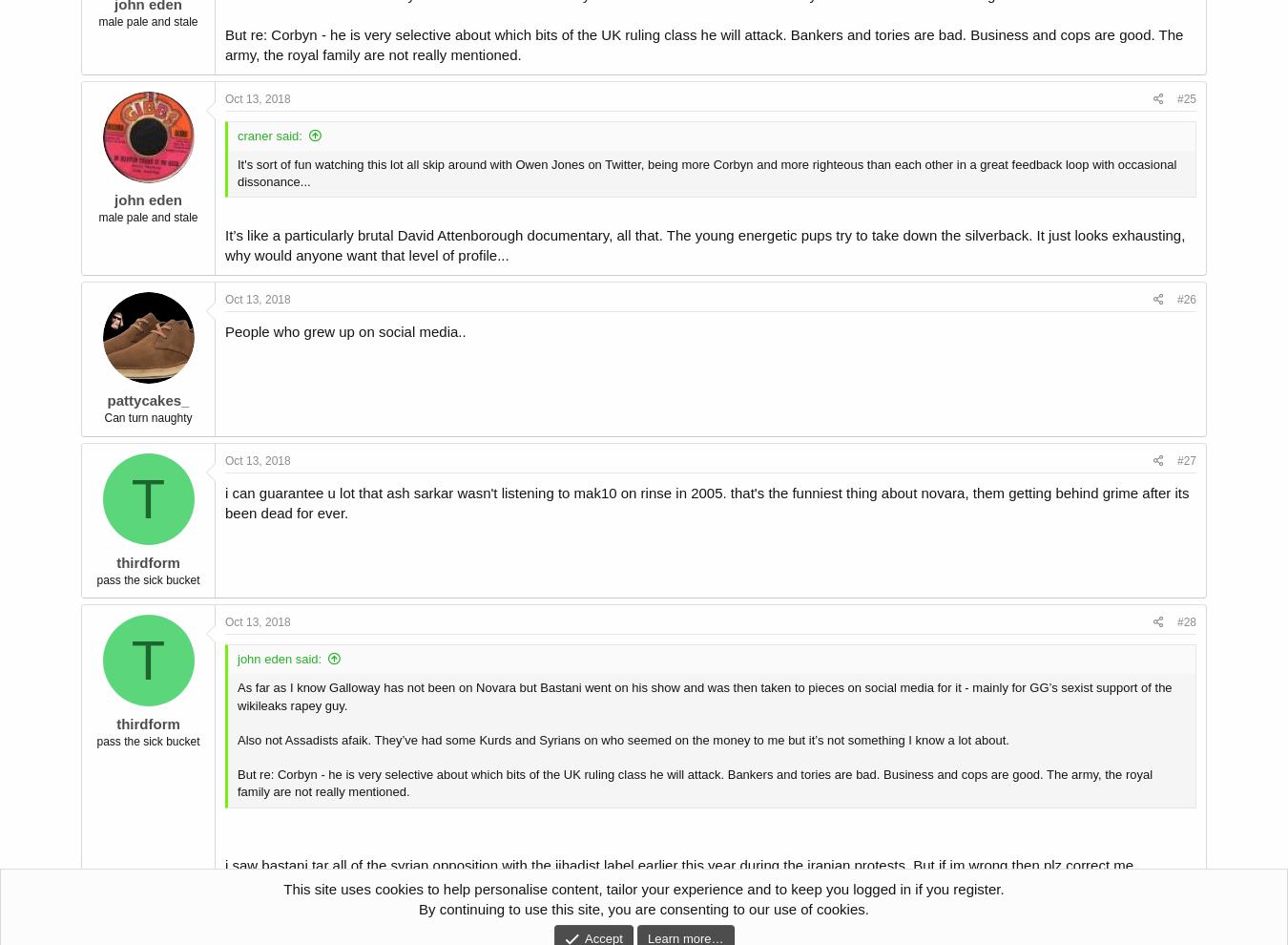 Image resolution: width=1288 pixels, height=945 pixels. Describe the element at coordinates (706, 172) in the screenshot. I see `'It's sort of fun watching this lot all skip around with Owen Jones on Twitter, being more Corbyn and more righteous than each other in a great feedback loop with occasional dissonance...'` at that location.